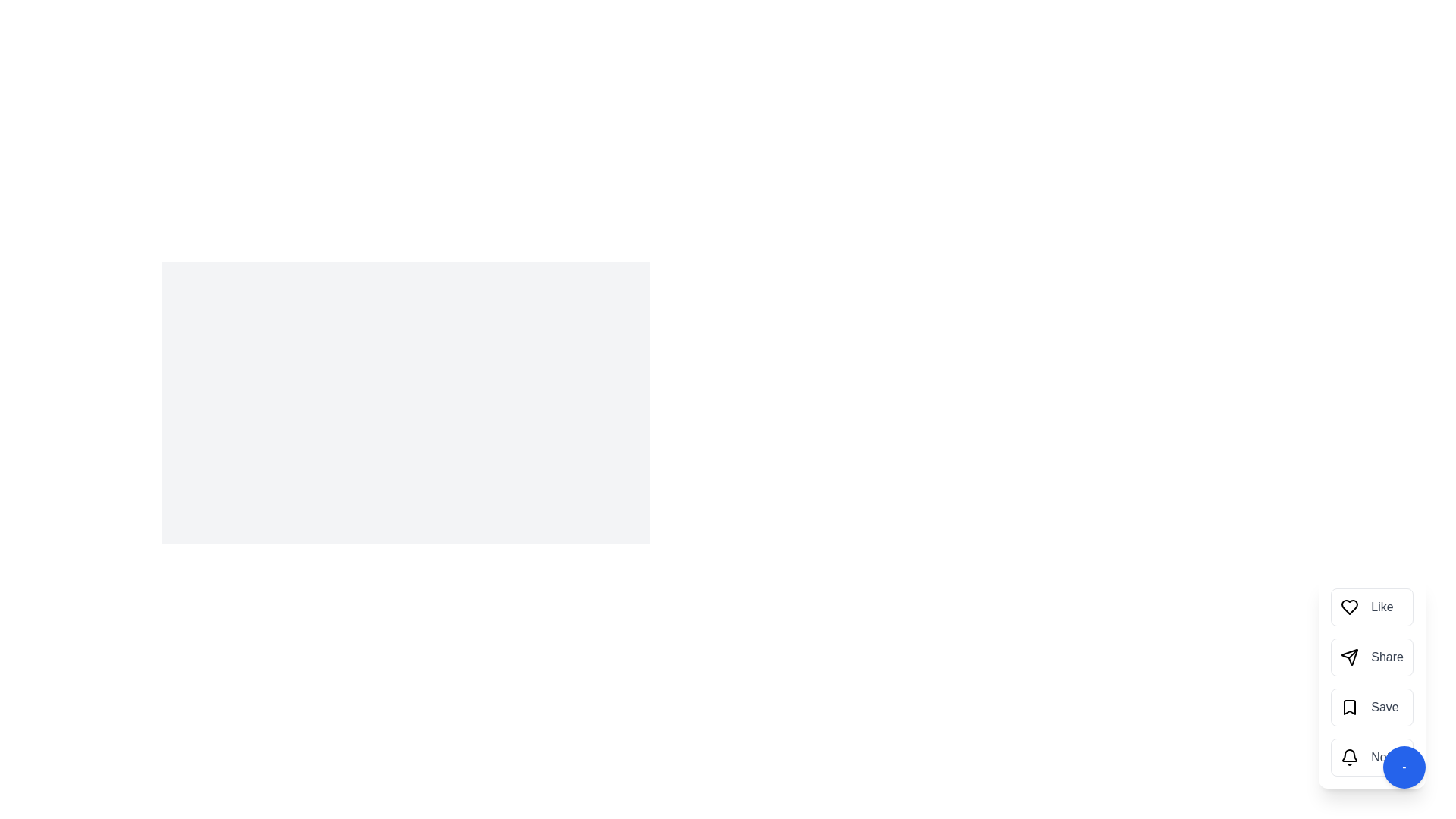 The image size is (1456, 819). What do you see at coordinates (1372, 758) in the screenshot?
I see `the 'Notify' button, which is the fourth button in a vertical stack, featuring a bell icon on the left and styled with a light background and rounded corners` at bounding box center [1372, 758].